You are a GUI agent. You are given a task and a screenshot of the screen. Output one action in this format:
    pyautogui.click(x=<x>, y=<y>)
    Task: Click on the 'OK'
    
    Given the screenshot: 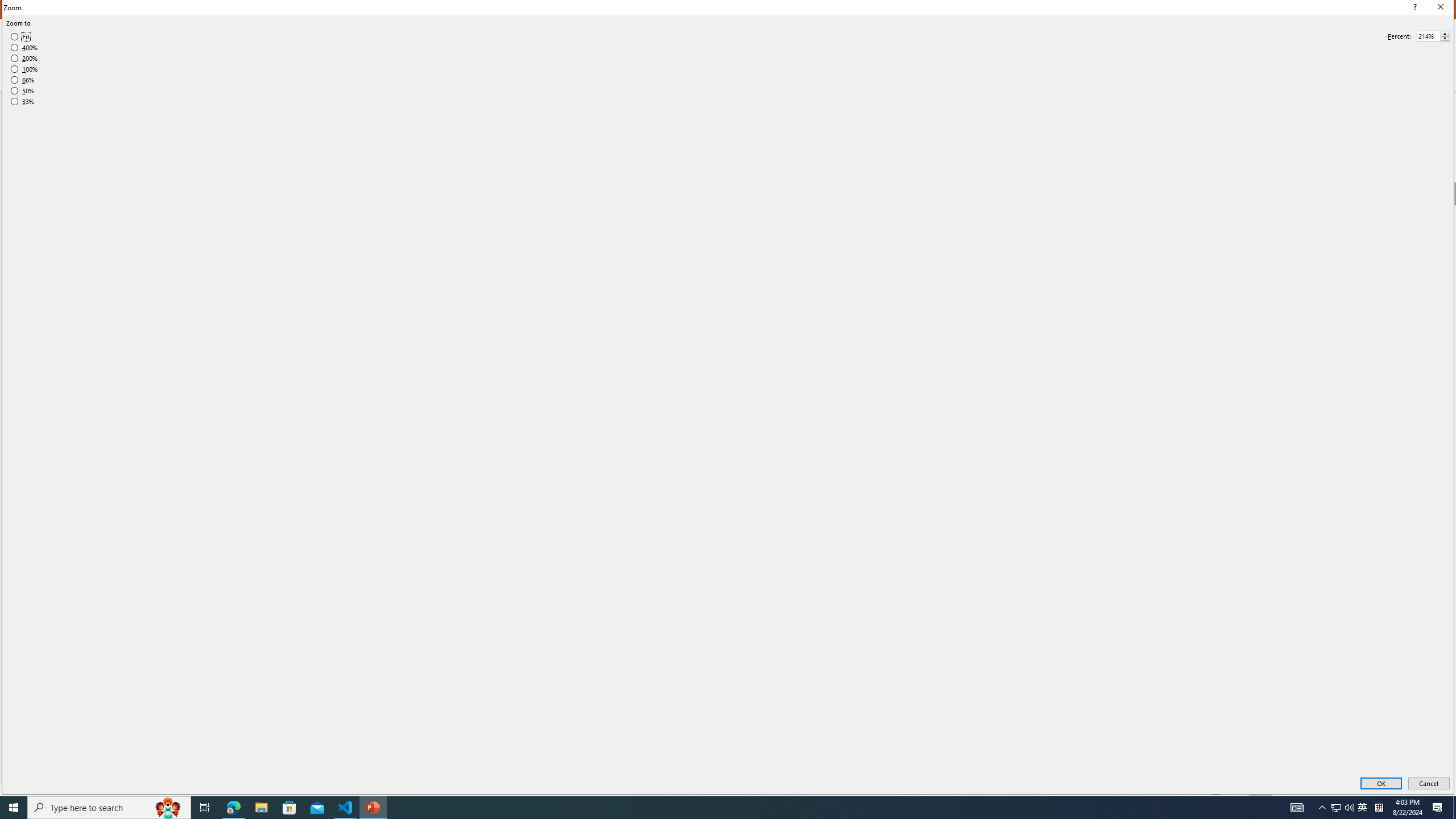 What is the action you would take?
    pyautogui.click(x=1380, y=784)
    